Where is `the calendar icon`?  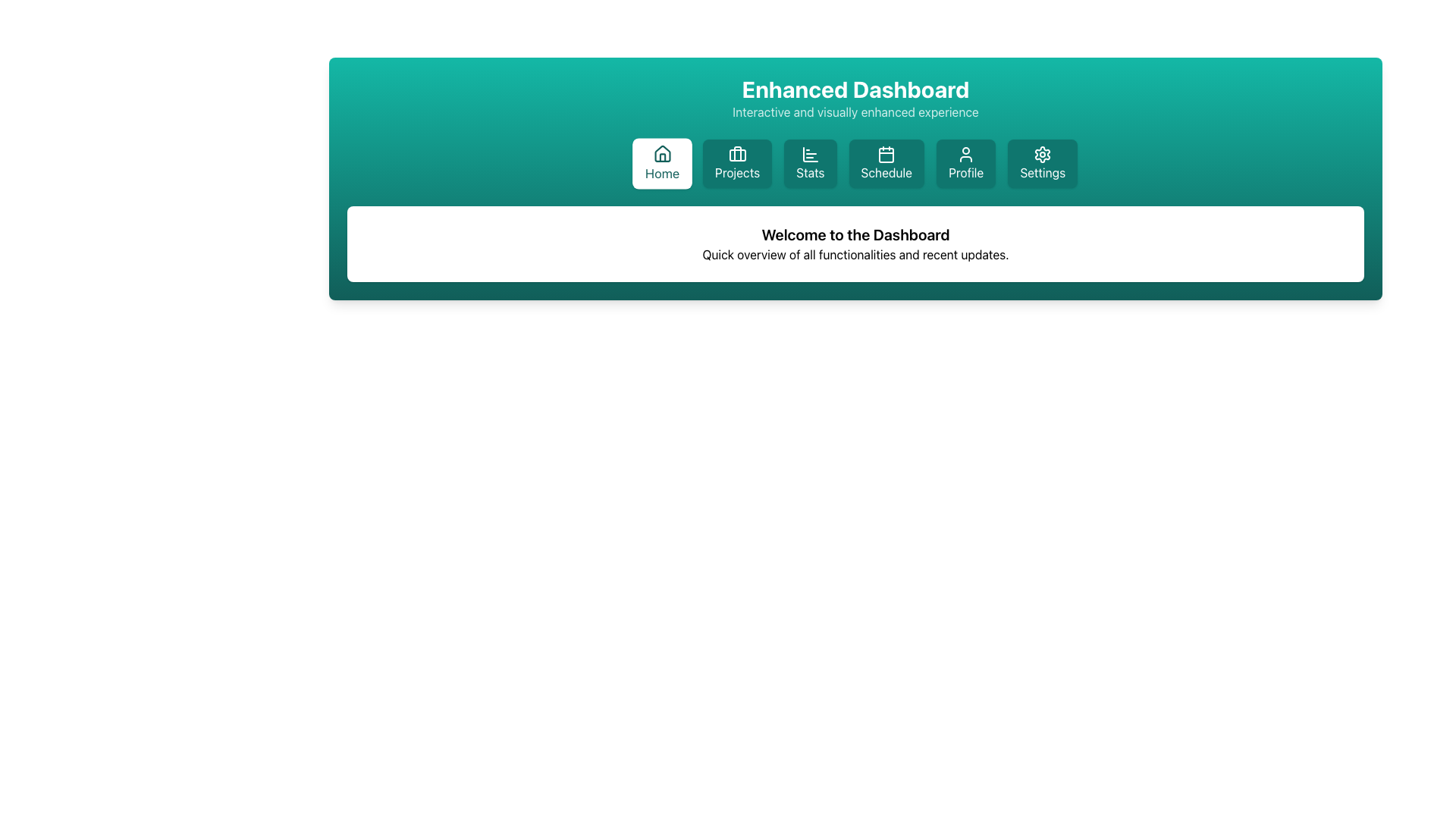
the calendar icon is located at coordinates (886, 155).